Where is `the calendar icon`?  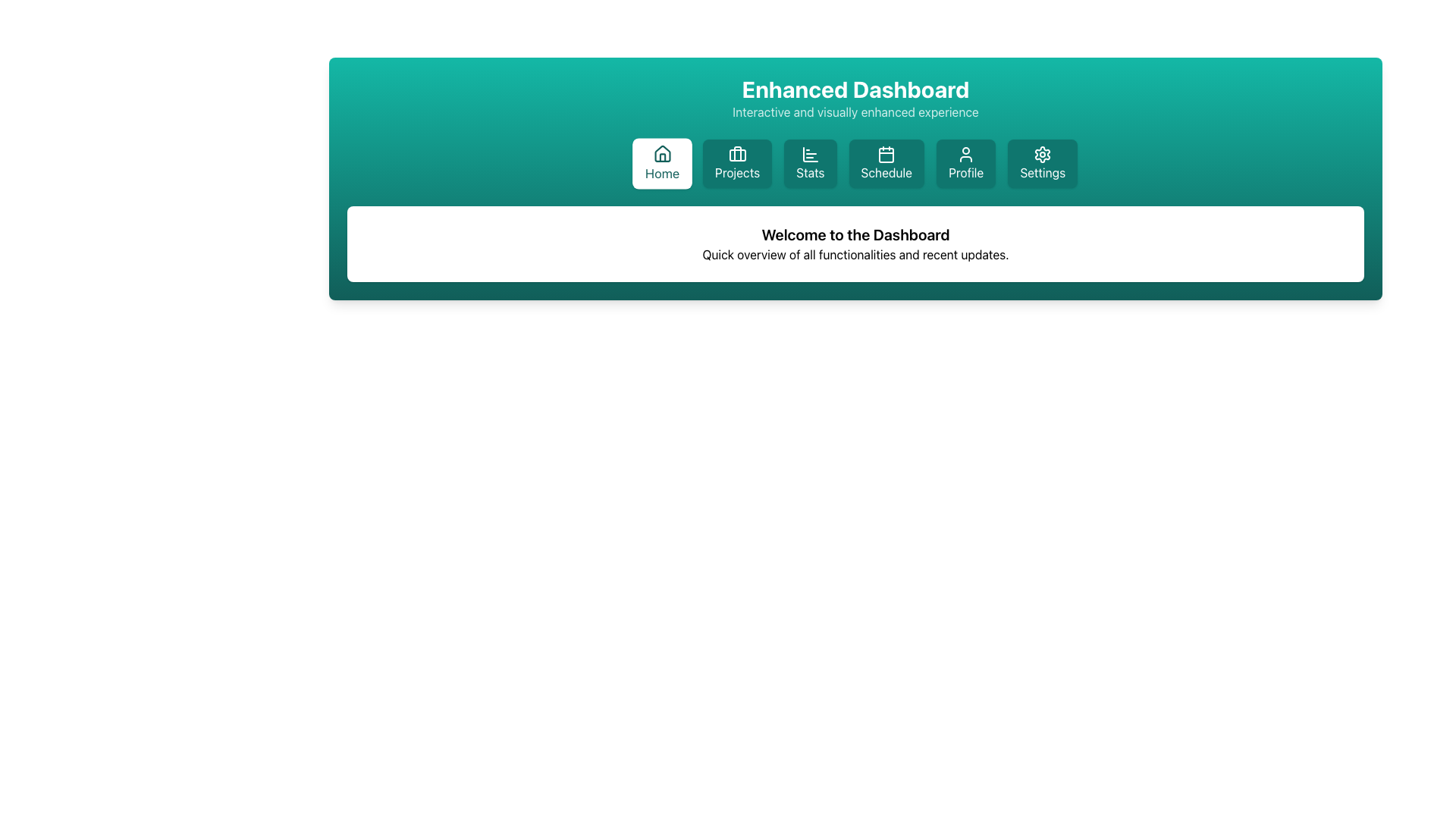
the calendar icon is located at coordinates (886, 155).